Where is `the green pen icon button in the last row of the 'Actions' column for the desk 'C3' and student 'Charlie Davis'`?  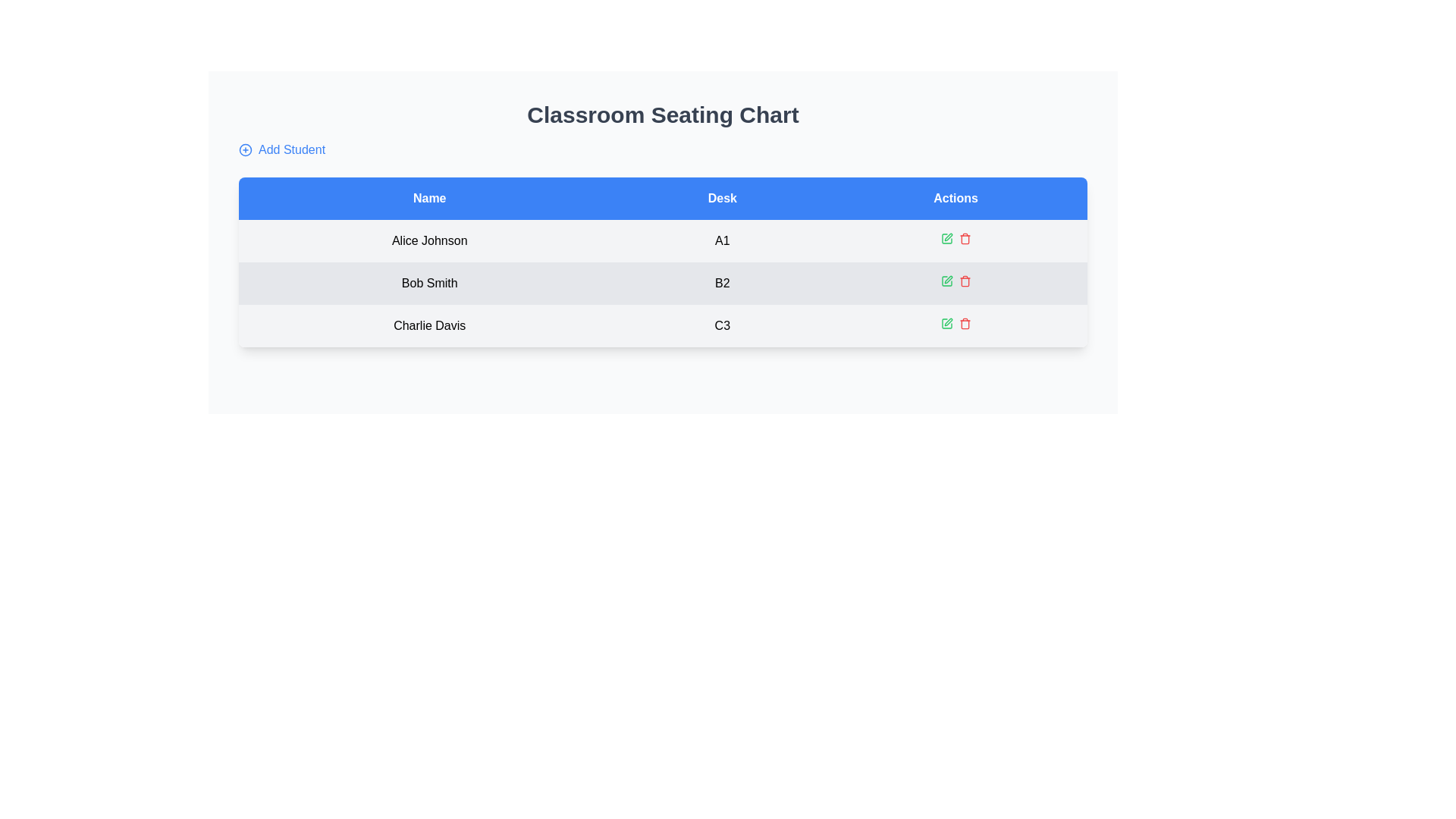 the green pen icon button in the last row of the 'Actions' column for the desk 'C3' and student 'Charlie Davis' is located at coordinates (946, 323).